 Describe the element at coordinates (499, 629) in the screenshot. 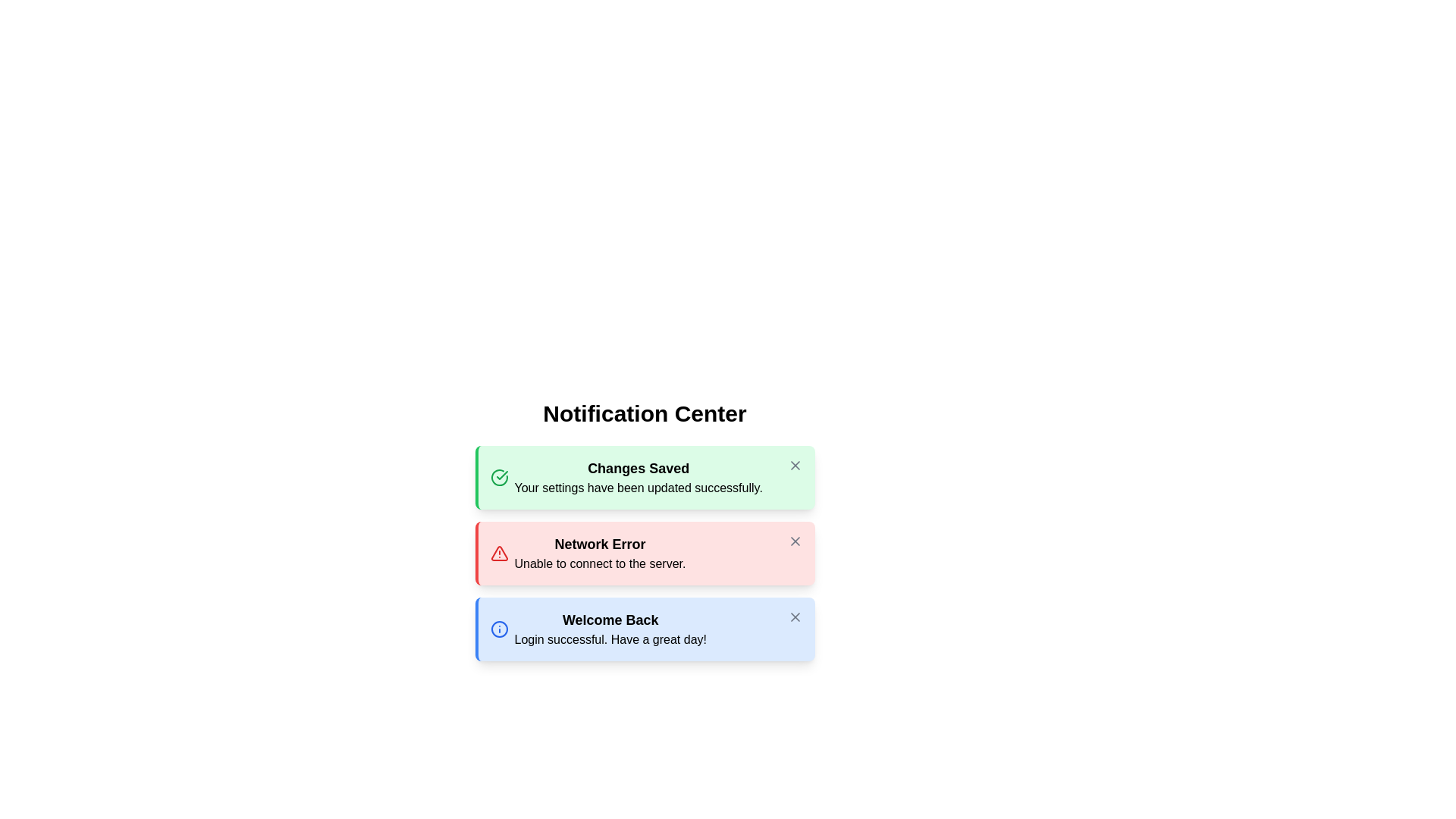

I see `the circular shape outlined in blue with a white background, located on the left side of the 'Welcome Back' notification card` at that location.